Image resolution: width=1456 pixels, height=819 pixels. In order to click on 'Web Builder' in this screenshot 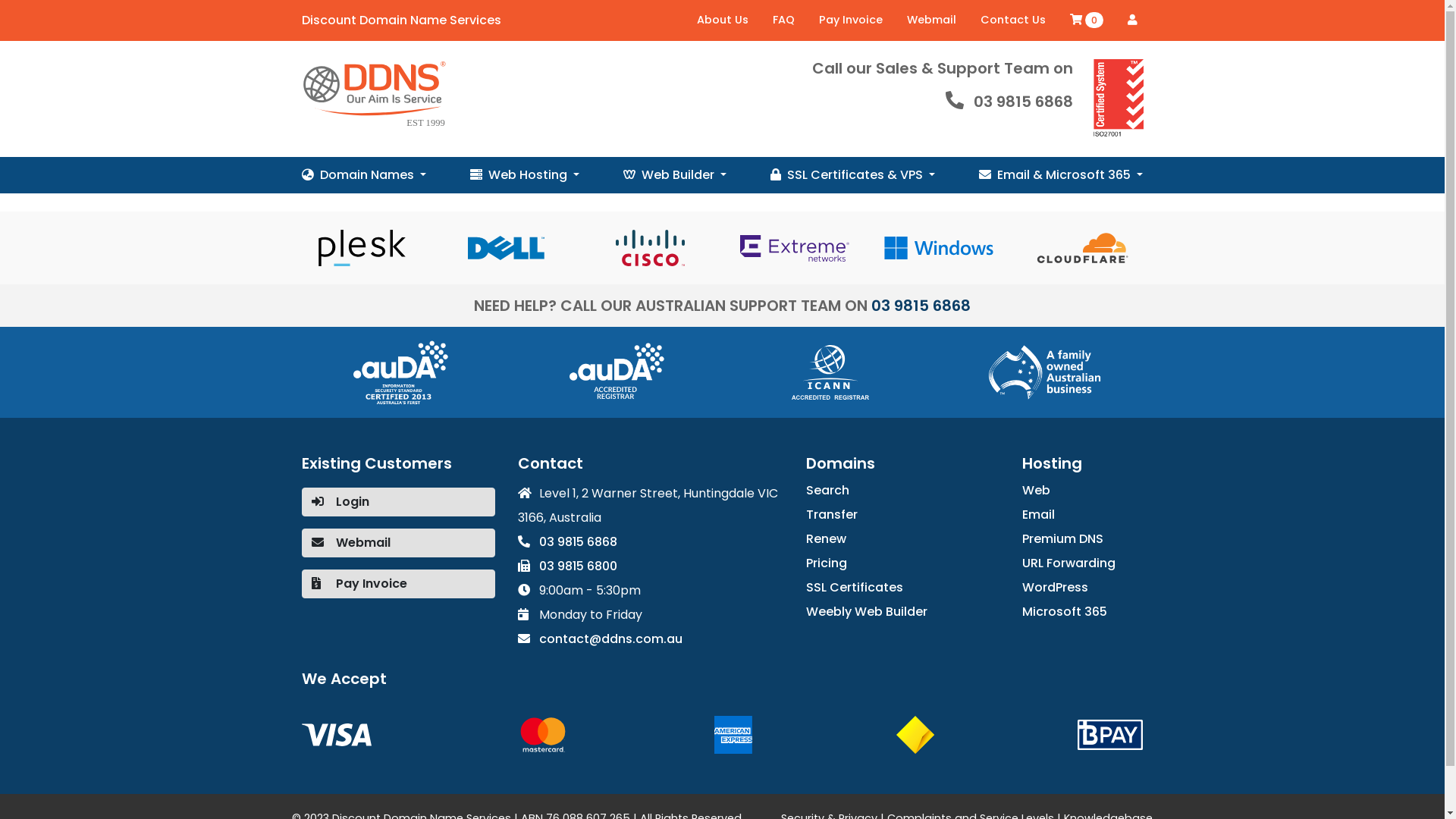, I will do `click(623, 174)`.